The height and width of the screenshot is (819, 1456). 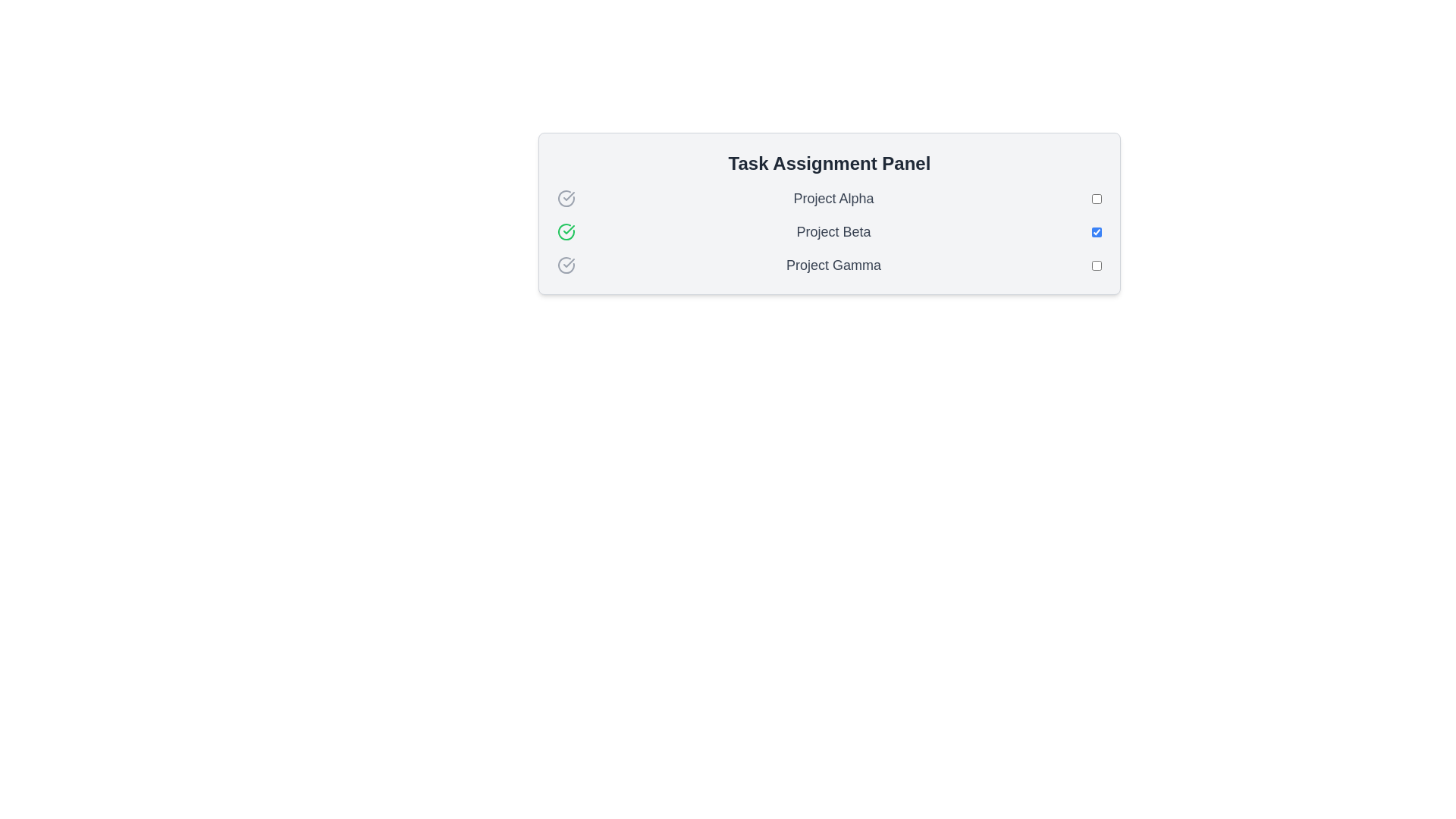 What do you see at coordinates (1097, 231) in the screenshot?
I see `the checkbox beside the text 'Project Beta'` at bounding box center [1097, 231].